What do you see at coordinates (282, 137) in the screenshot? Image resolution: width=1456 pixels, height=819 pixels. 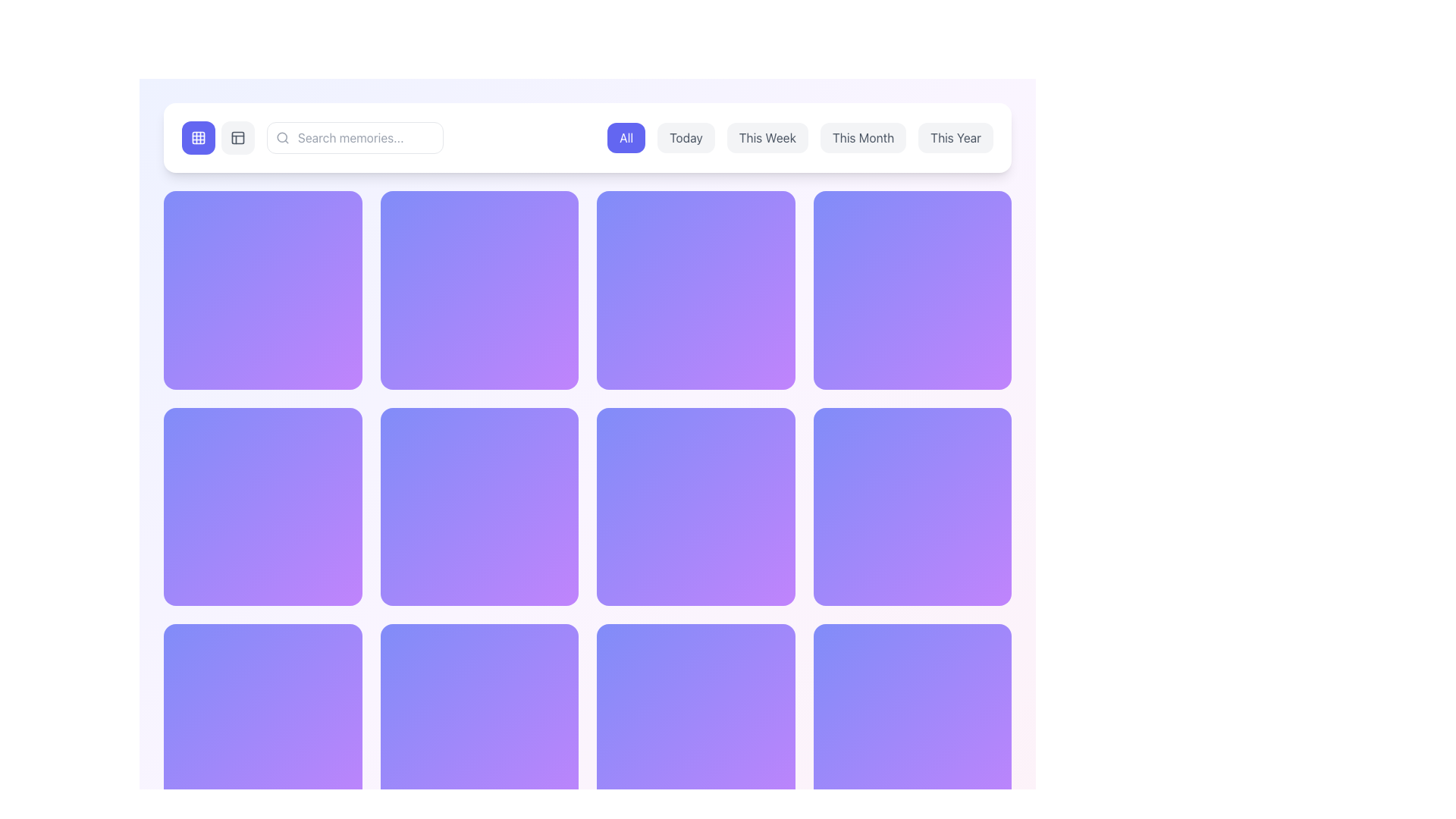 I see `circular element located centrally within the magnifying glass icon in the header bar using developer tools` at bounding box center [282, 137].